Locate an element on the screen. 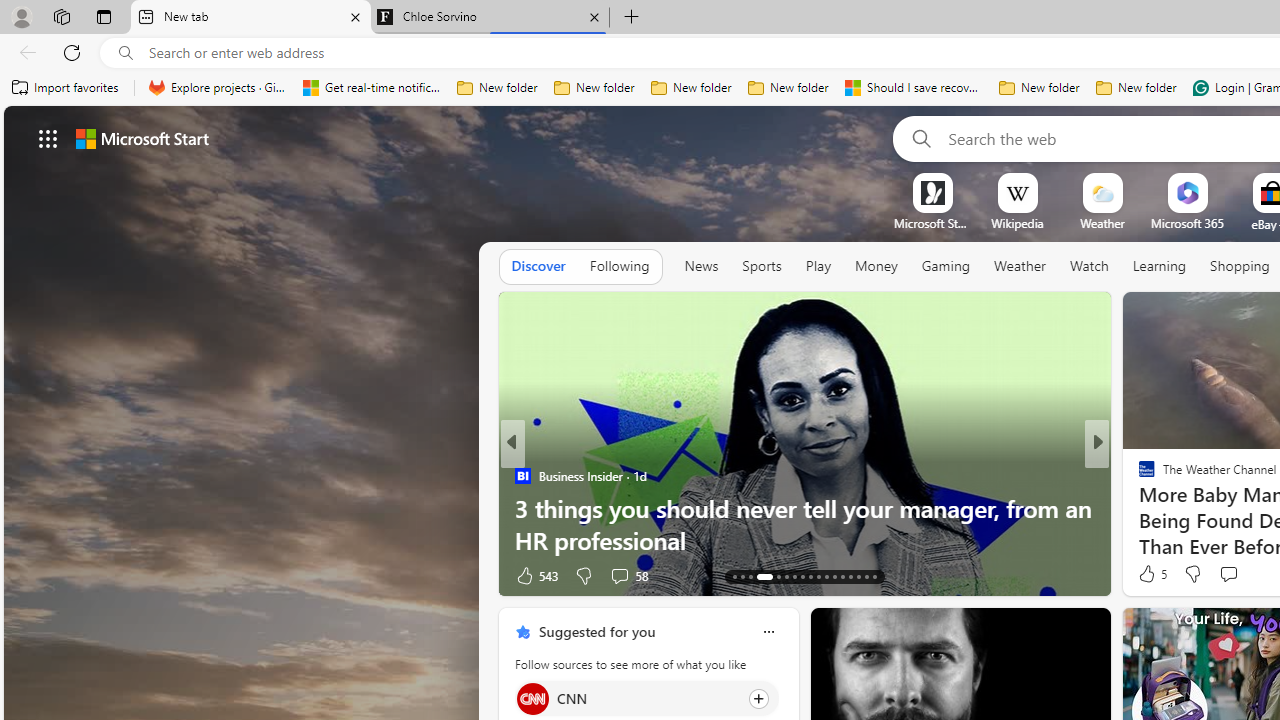 The height and width of the screenshot is (720, 1280). 'View comments 5 Comment' is located at coordinates (1234, 575).